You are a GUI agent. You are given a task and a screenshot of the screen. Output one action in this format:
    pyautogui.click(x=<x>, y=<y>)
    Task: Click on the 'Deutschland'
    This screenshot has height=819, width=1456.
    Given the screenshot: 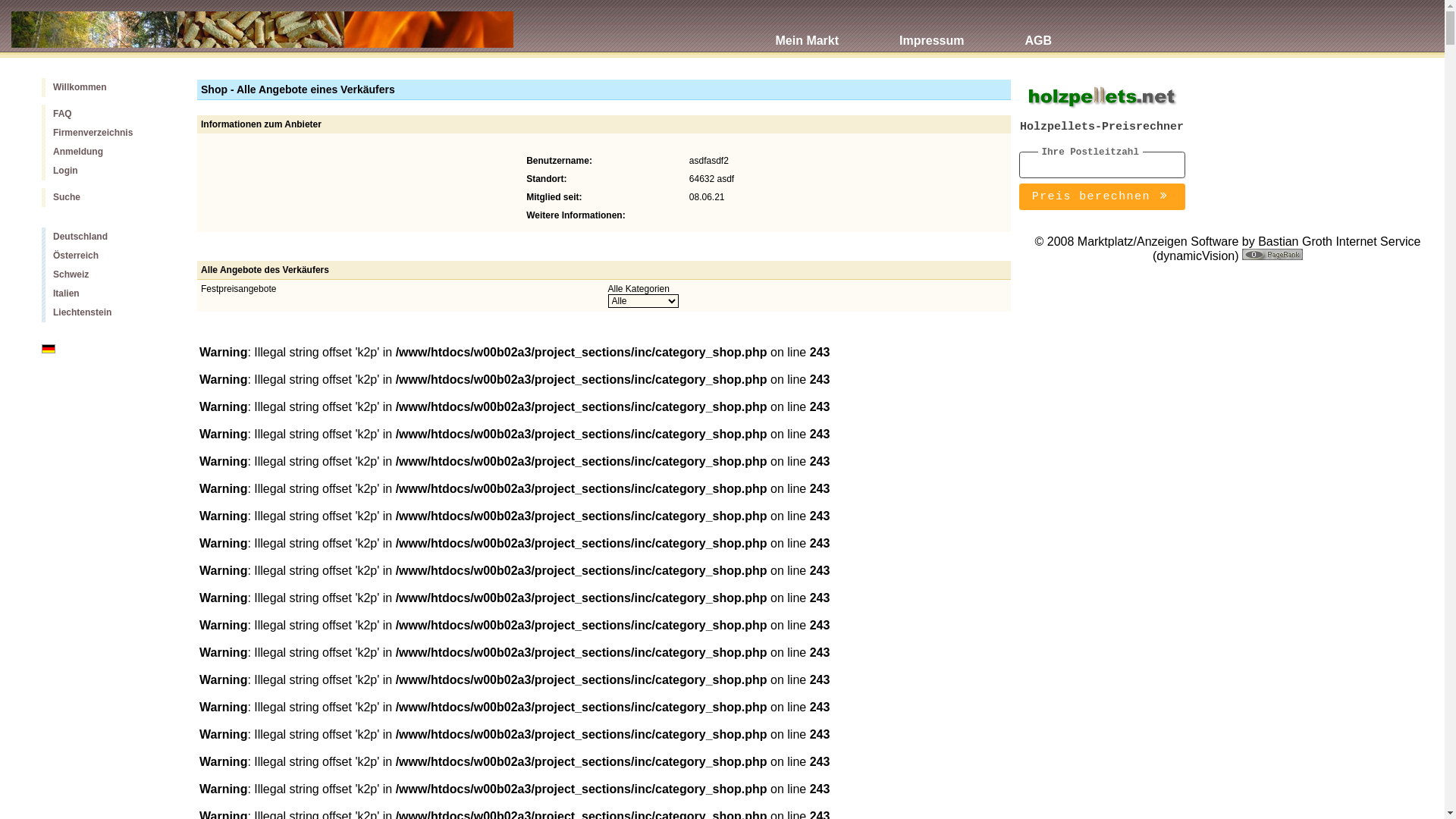 What is the action you would take?
    pyautogui.click(x=41, y=237)
    